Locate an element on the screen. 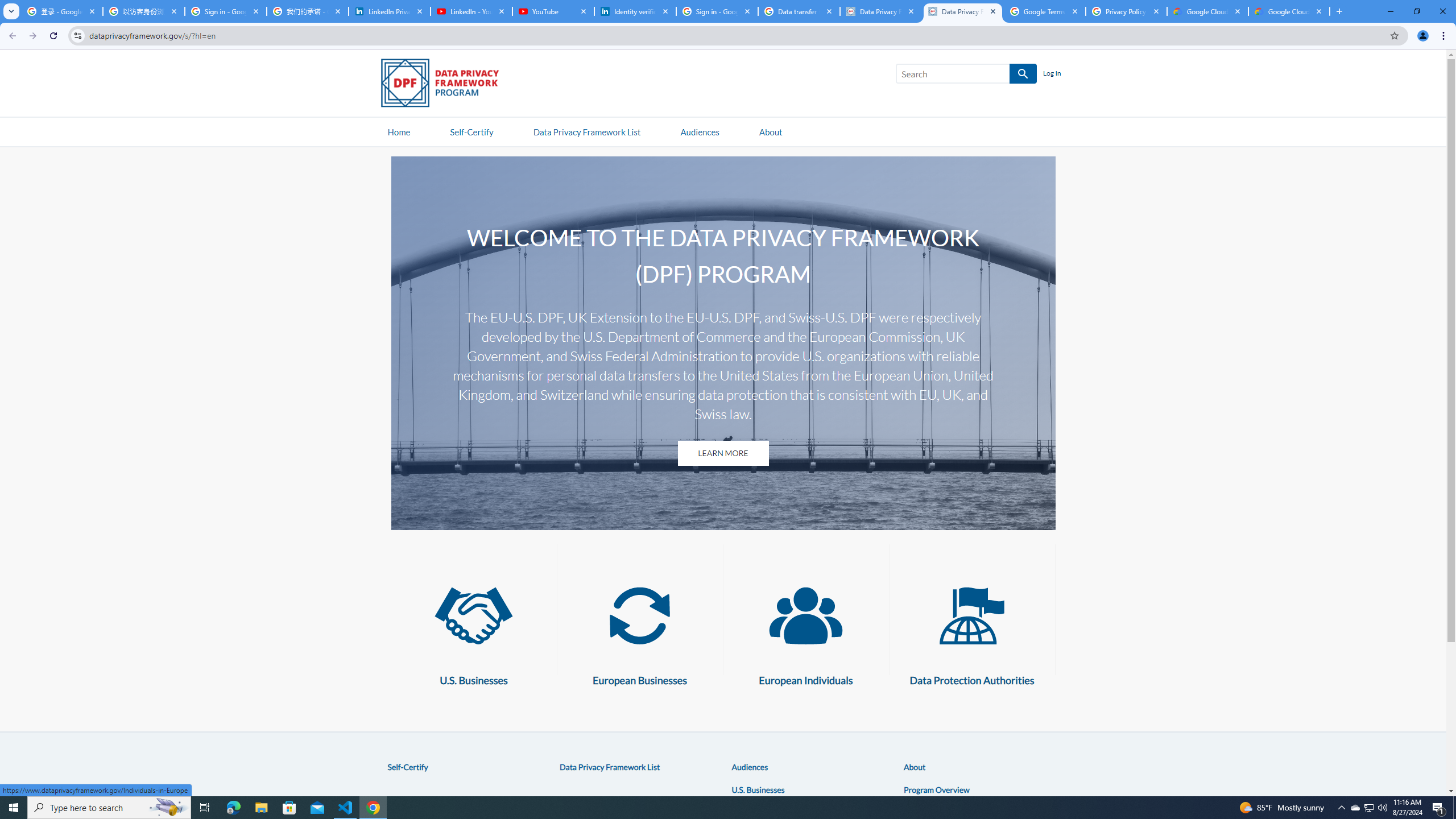  'Self-Certify' is located at coordinates (407, 766).